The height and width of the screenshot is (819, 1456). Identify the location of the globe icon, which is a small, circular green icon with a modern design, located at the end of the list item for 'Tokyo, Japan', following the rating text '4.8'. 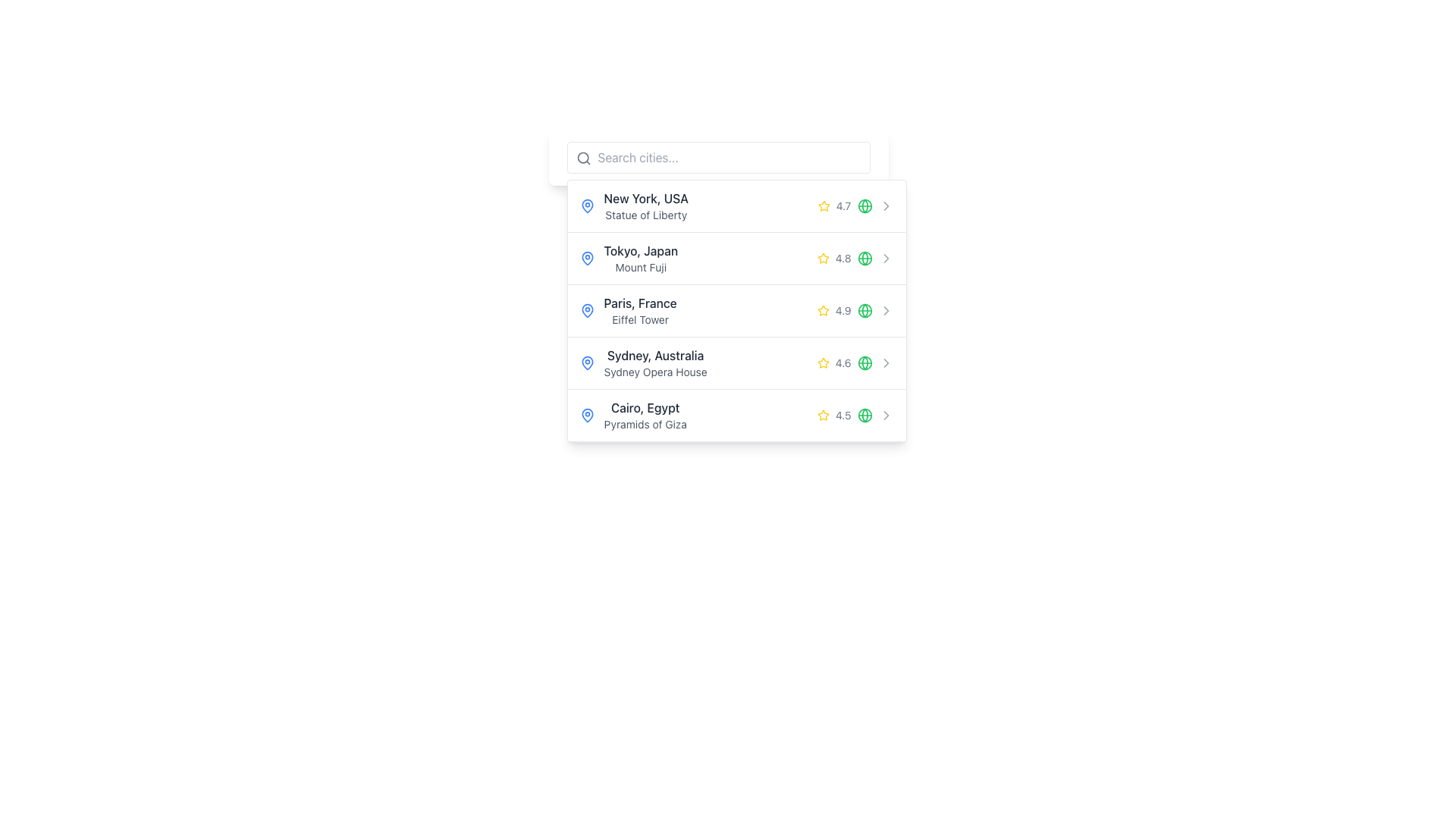
(864, 257).